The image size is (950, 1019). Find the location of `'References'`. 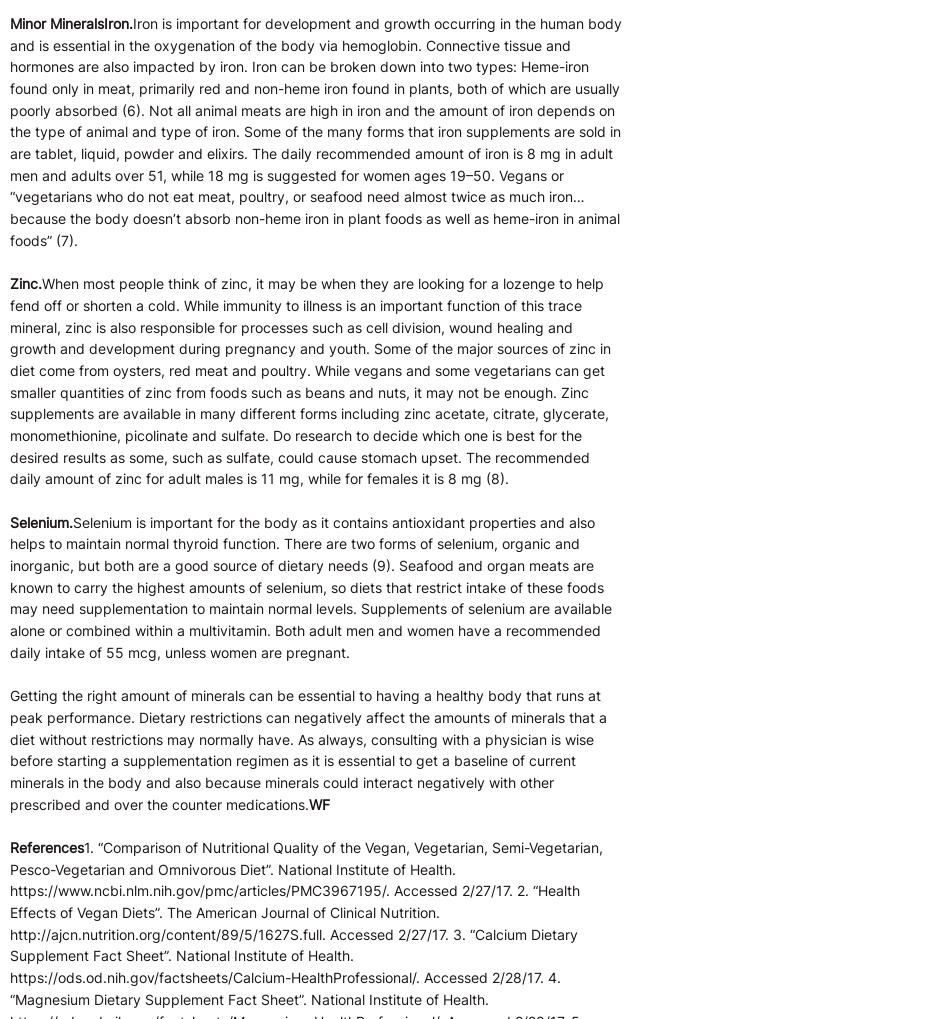

'References' is located at coordinates (47, 846).